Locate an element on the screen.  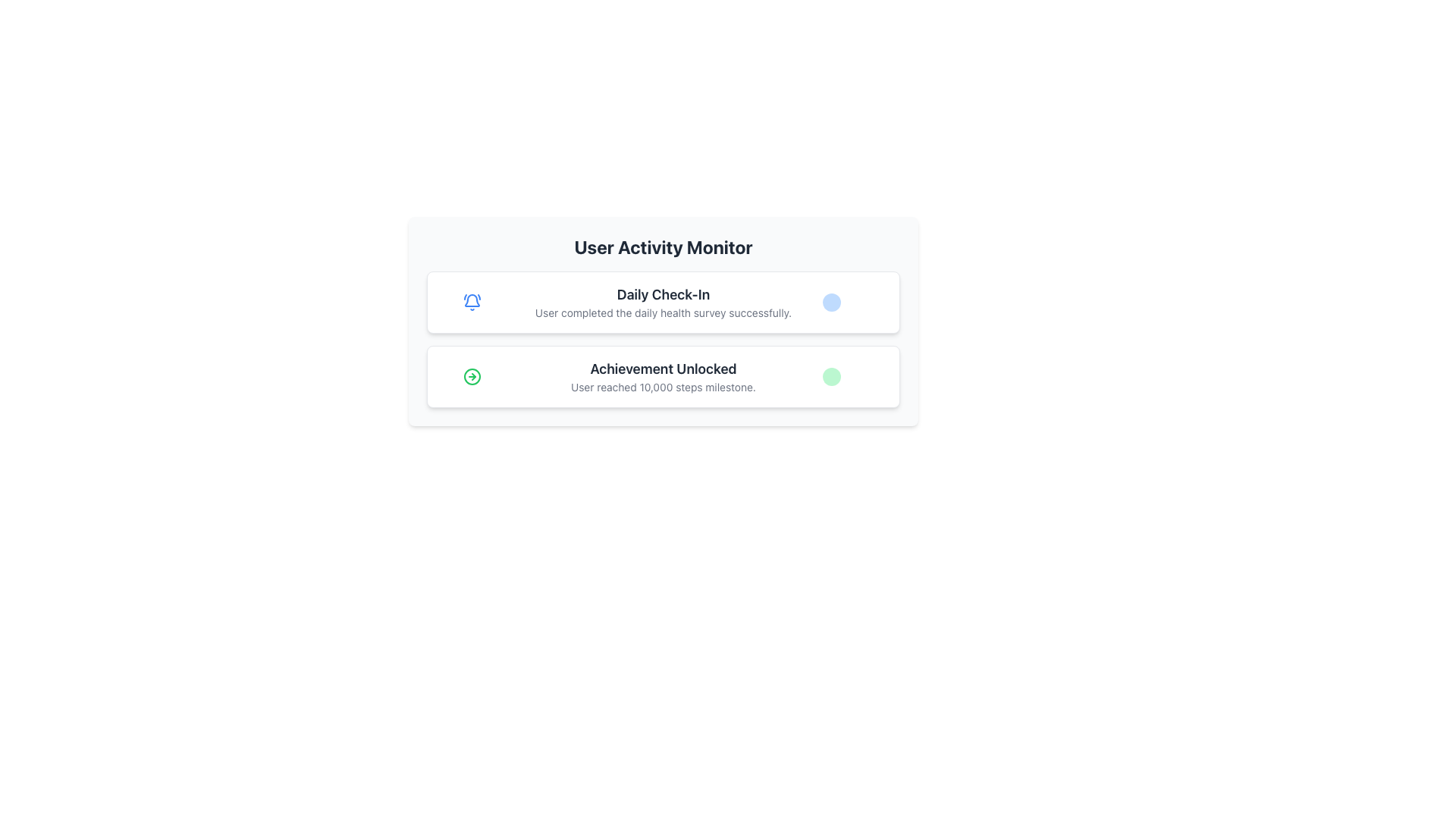
the visual styling of the second icon in the second card of the 'User Activity Monitor' section, located to the left of the 'Achievement Unlocked' text is located at coordinates (471, 376).